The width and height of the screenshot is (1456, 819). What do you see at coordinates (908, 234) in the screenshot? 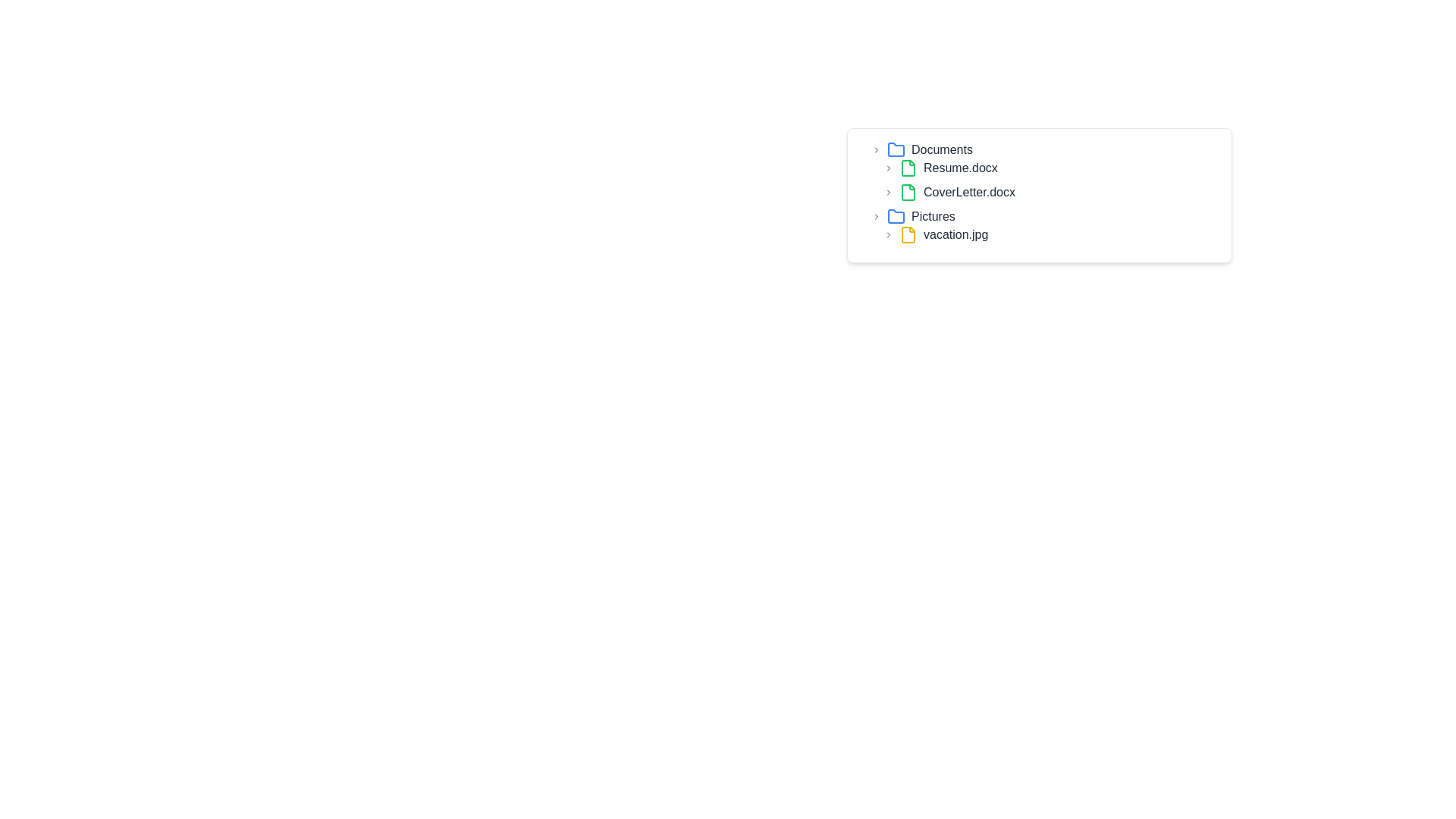
I see `the yellow file icon with a folded corner design located to the left of the text 'vacation.jpg'` at bounding box center [908, 234].